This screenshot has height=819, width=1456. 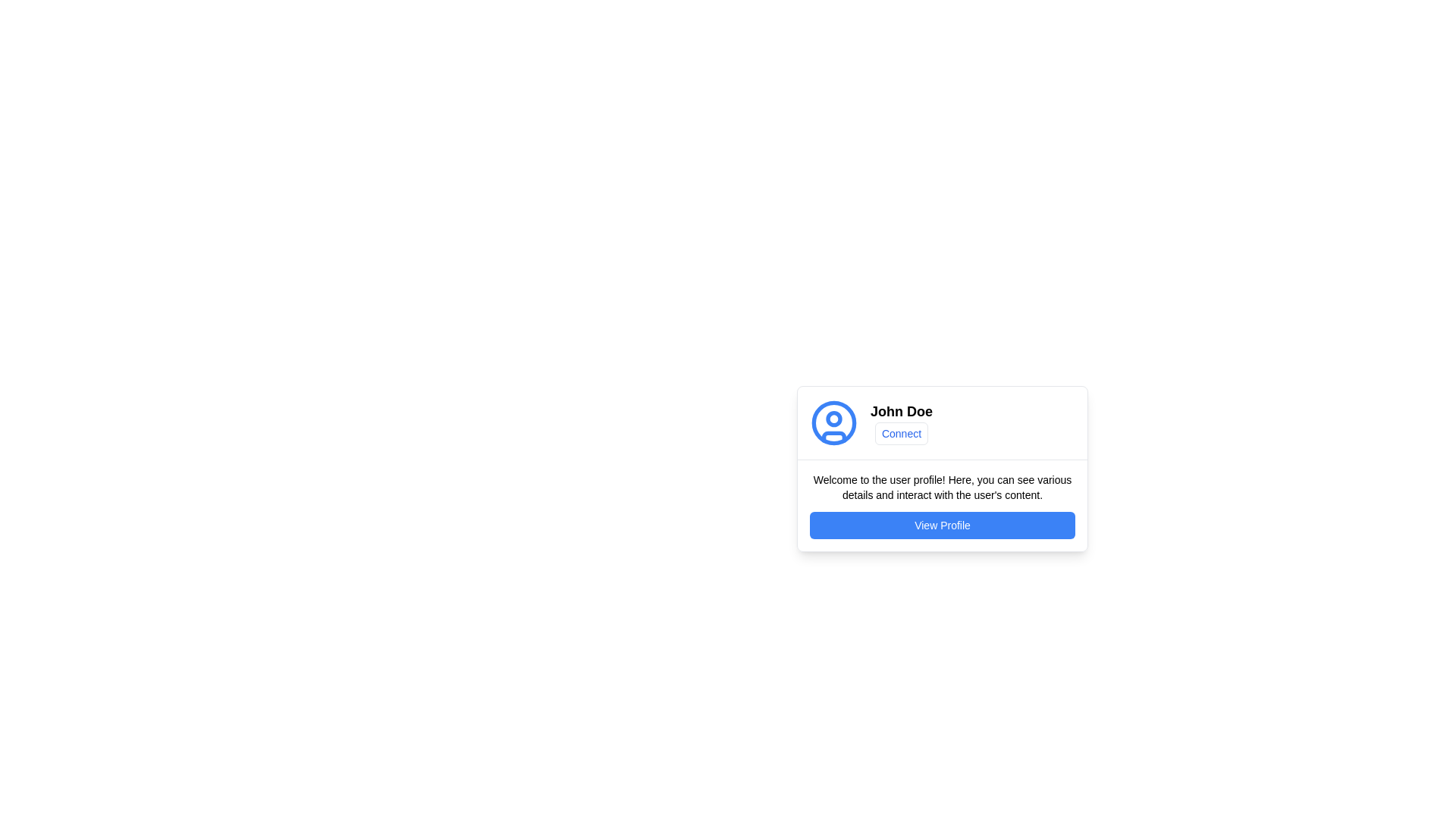 I want to click on the 'Connect' button, which is a small interactive button with blue text and a rounded outline, located below the 'John Doe' label, so click(x=902, y=433).